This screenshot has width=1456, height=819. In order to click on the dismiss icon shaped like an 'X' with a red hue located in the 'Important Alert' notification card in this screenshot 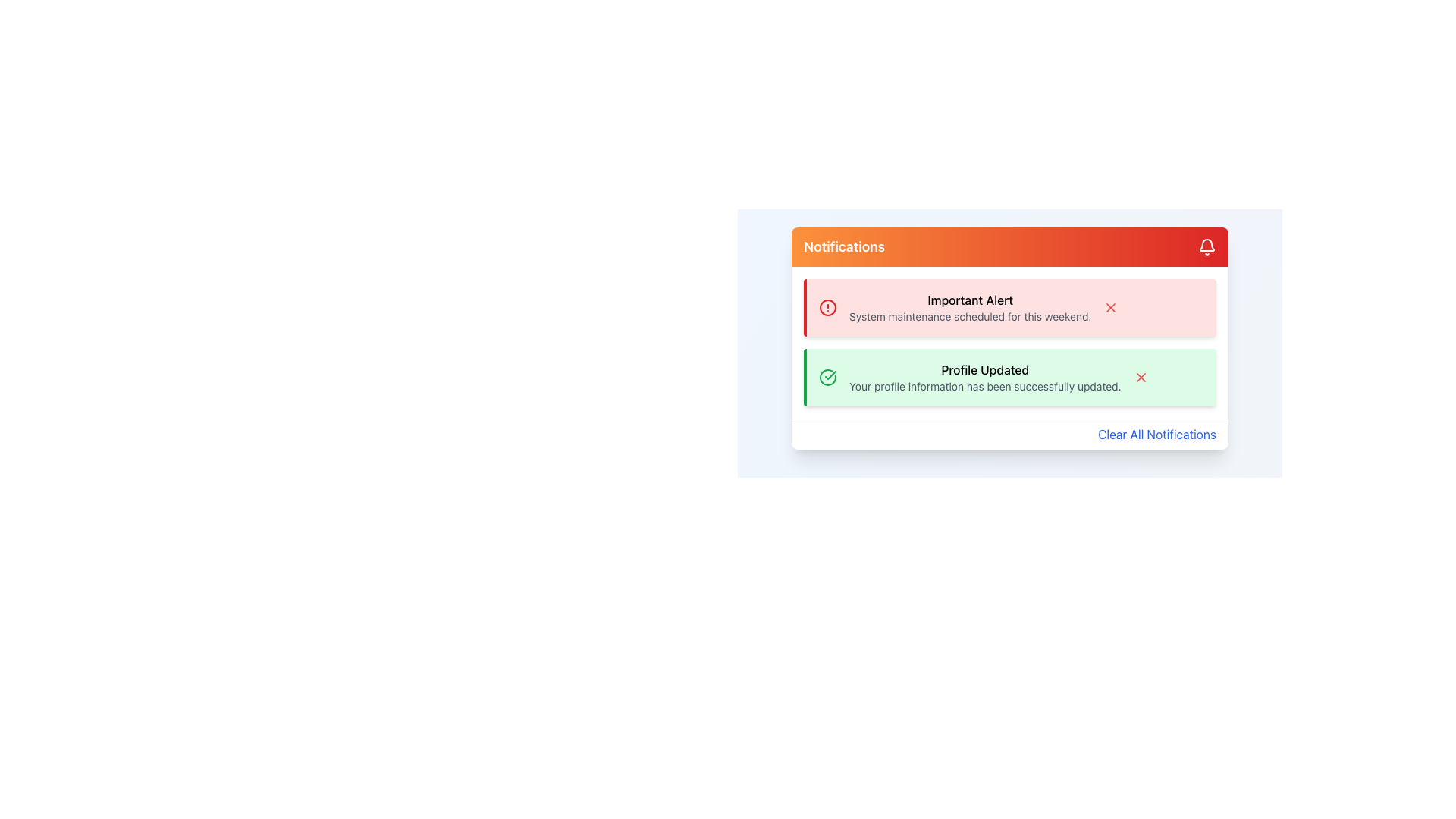, I will do `click(1111, 307)`.